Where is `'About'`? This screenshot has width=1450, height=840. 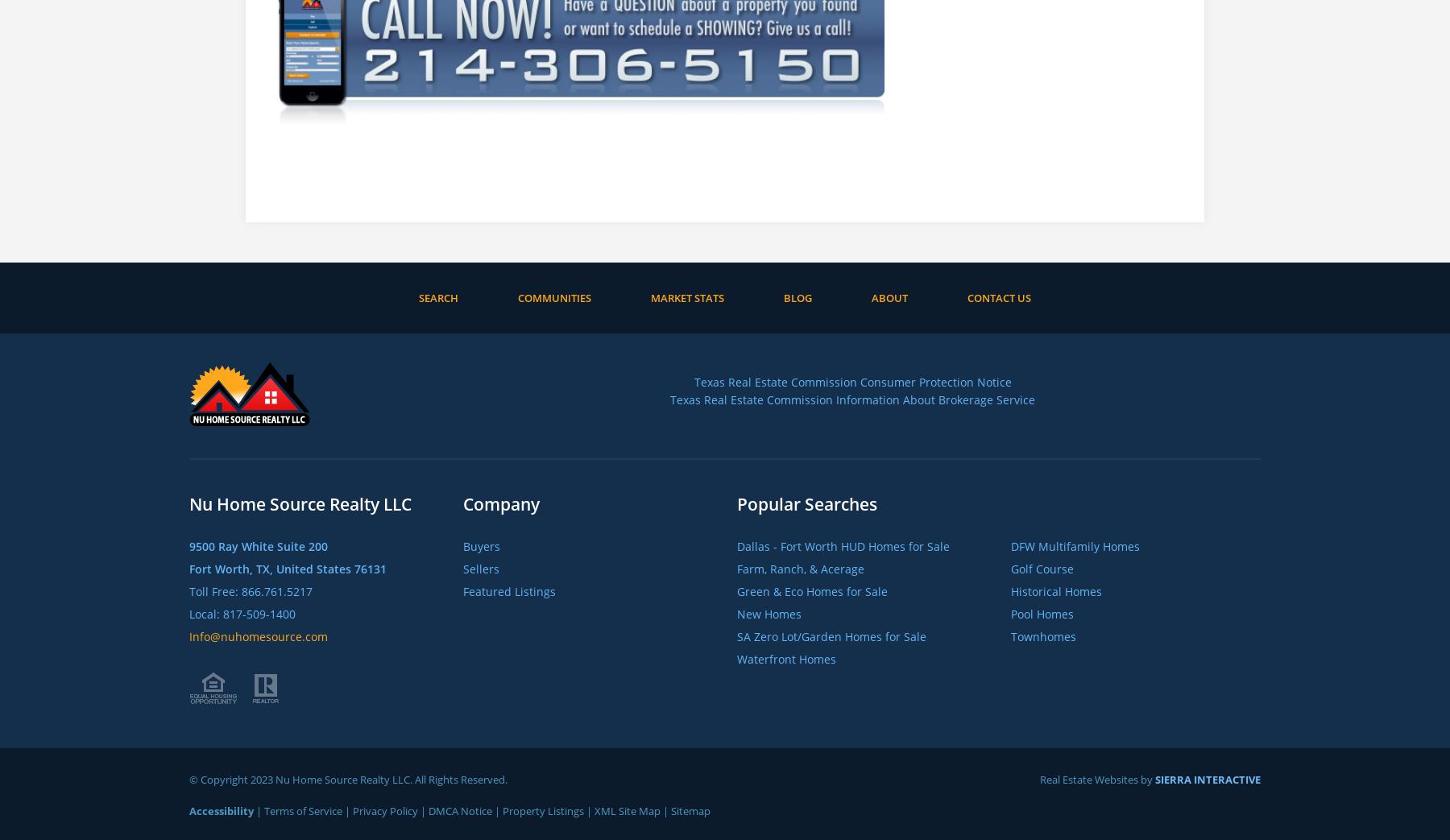 'About' is located at coordinates (871, 296).